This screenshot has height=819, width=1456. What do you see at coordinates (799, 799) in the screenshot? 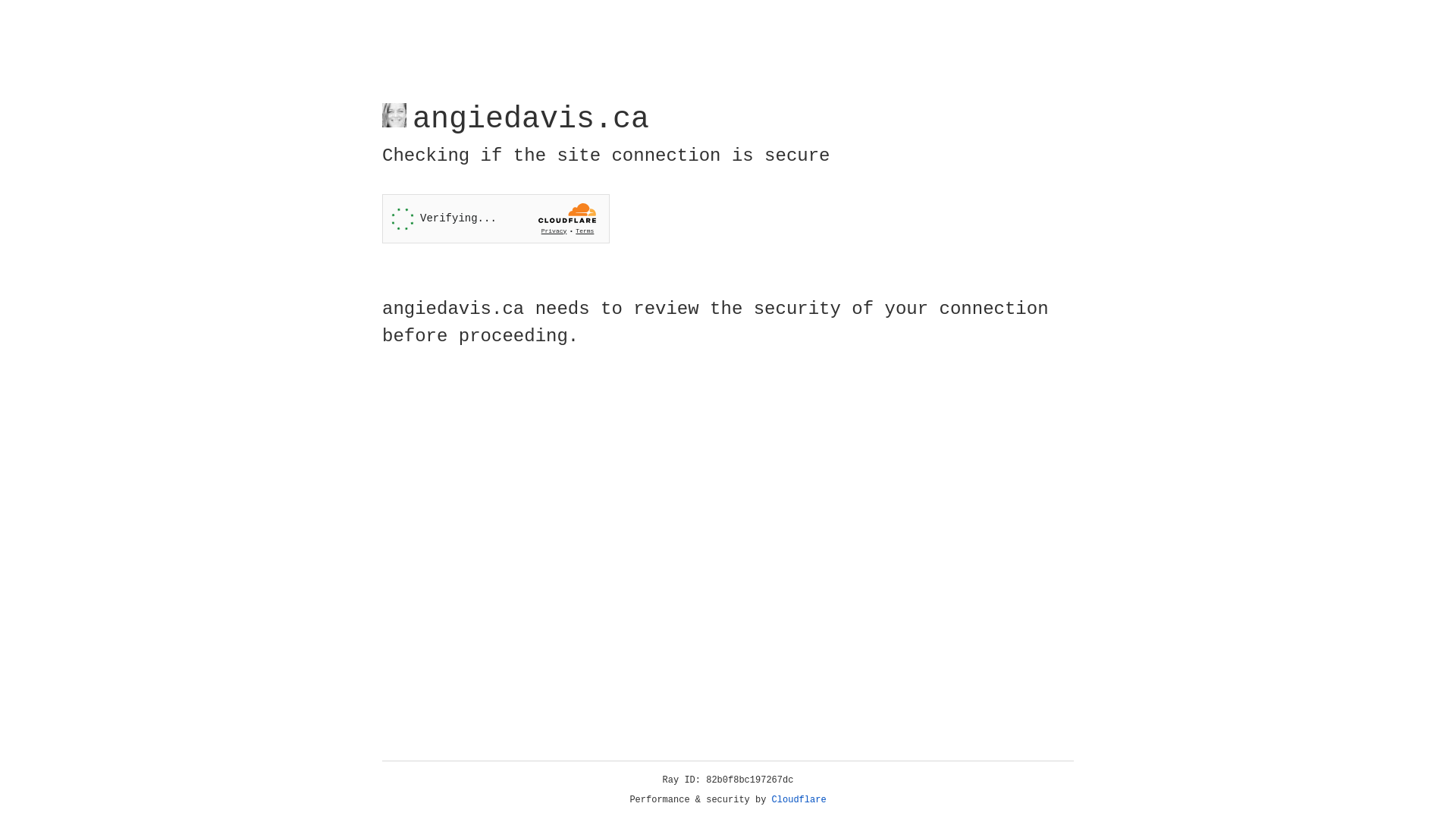
I see `'Cloudflare'` at bounding box center [799, 799].